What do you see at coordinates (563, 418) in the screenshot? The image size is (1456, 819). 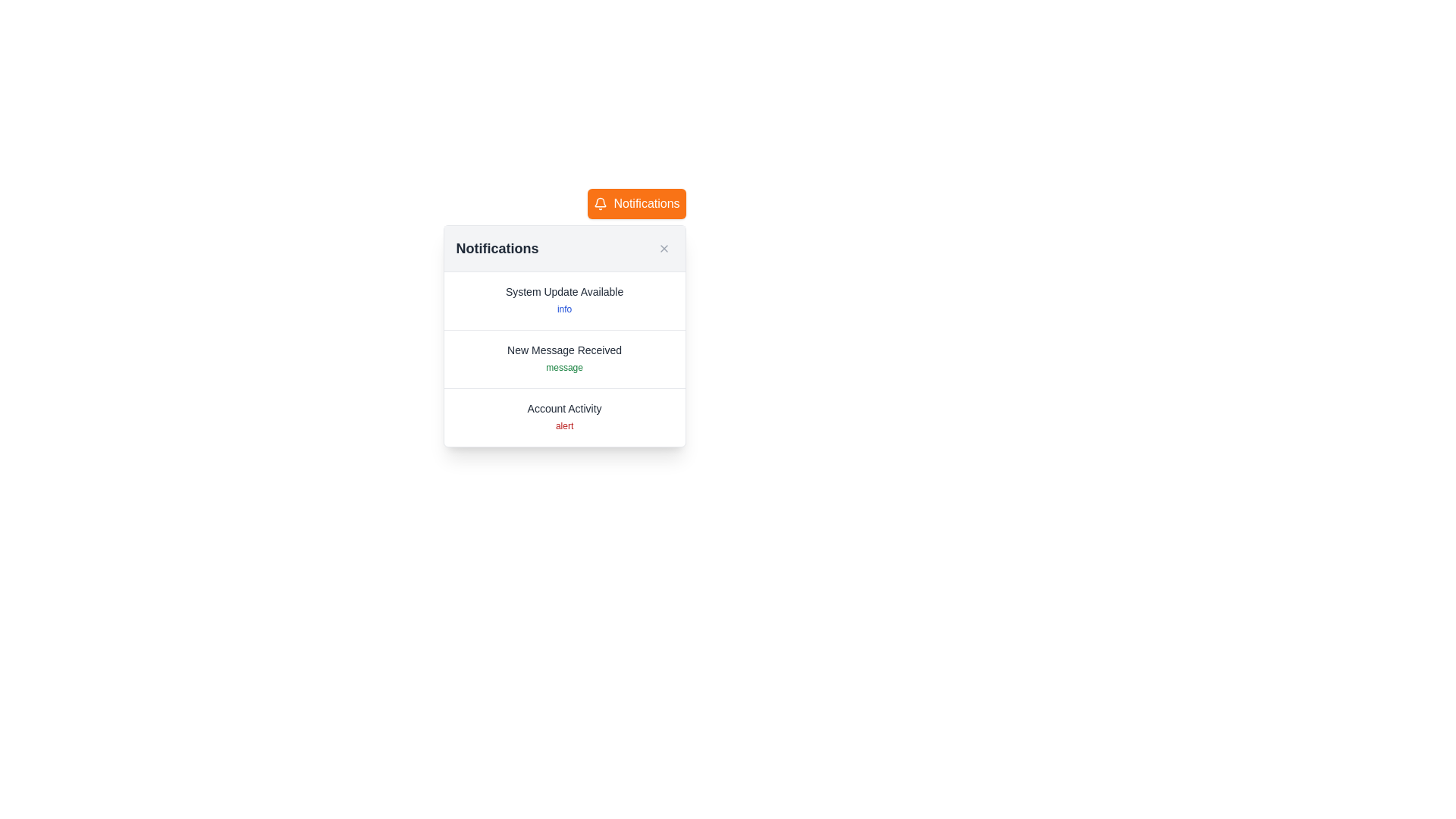 I see `the third notification entry titled 'Account Activity' which has a second line 'alert' in red color` at bounding box center [563, 418].